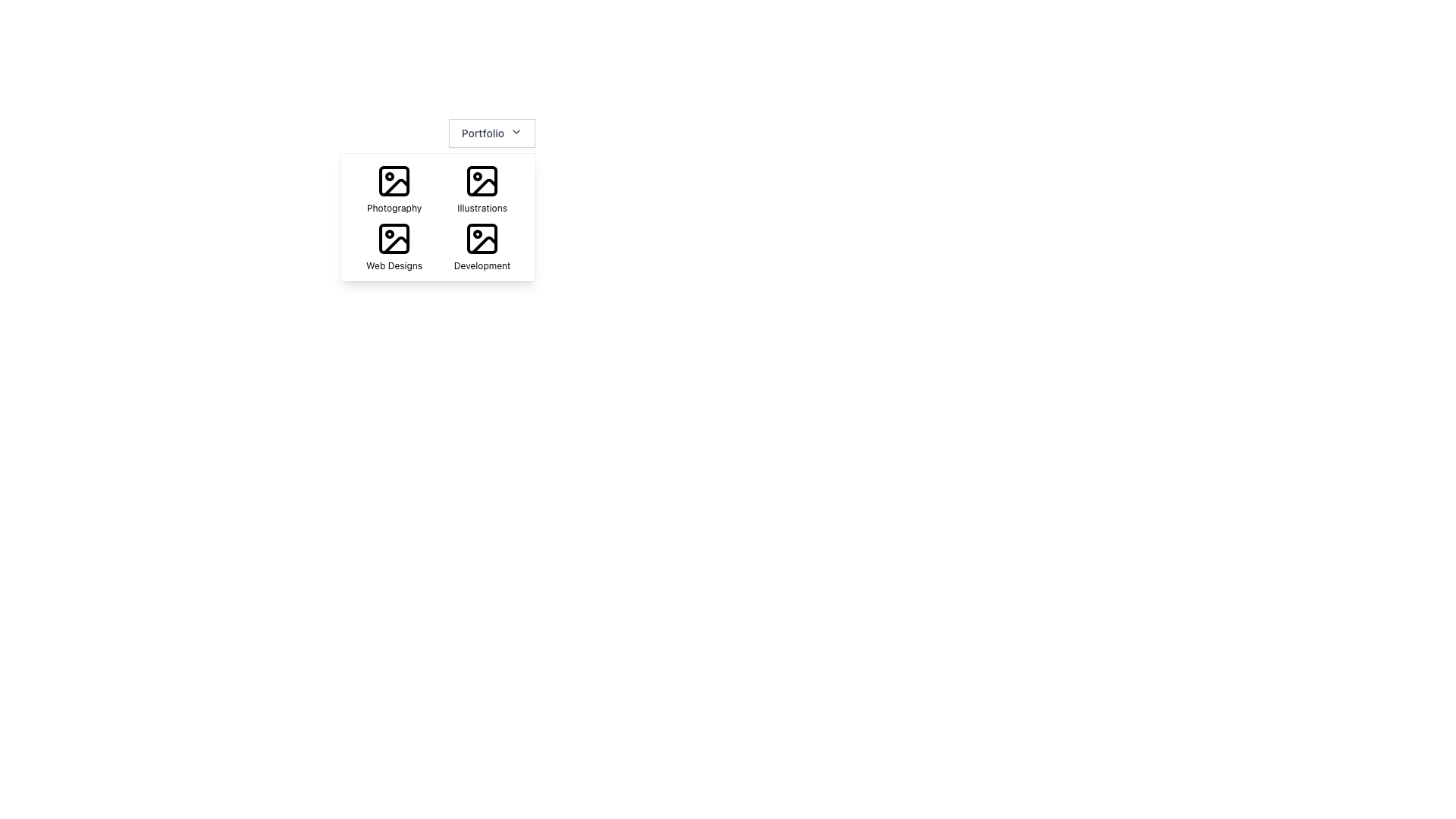 This screenshot has height=819, width=1456. What do you see at coordinates (394, 245) in the screenshot?
I see `the 'Web Designs' menu item, which features an image silhouette icon and a label in black text` at bounding box center [394, 245].